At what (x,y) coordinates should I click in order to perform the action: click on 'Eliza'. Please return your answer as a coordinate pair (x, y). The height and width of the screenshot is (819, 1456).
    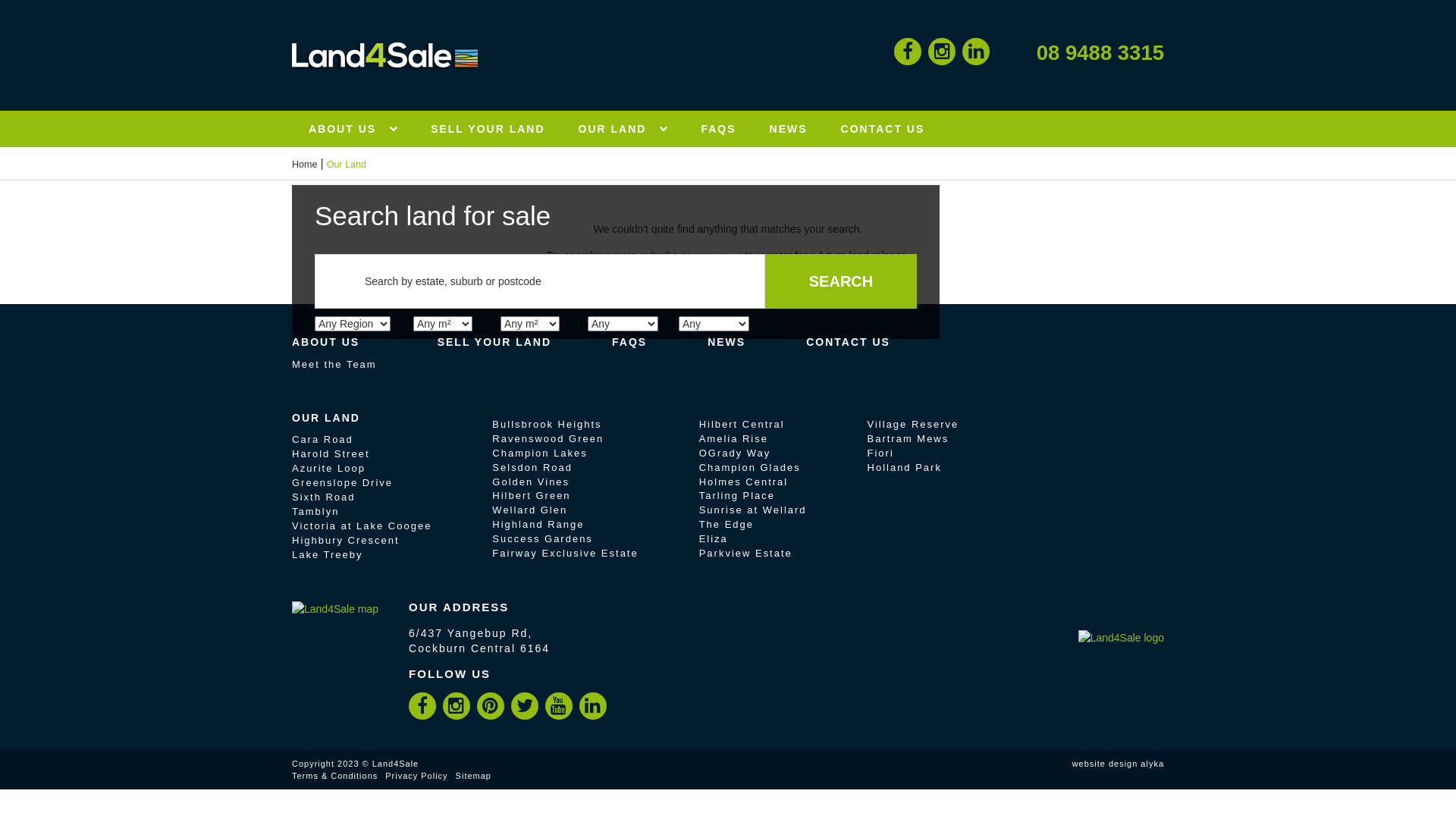
    Looking at the image, I should click on (712, 538).